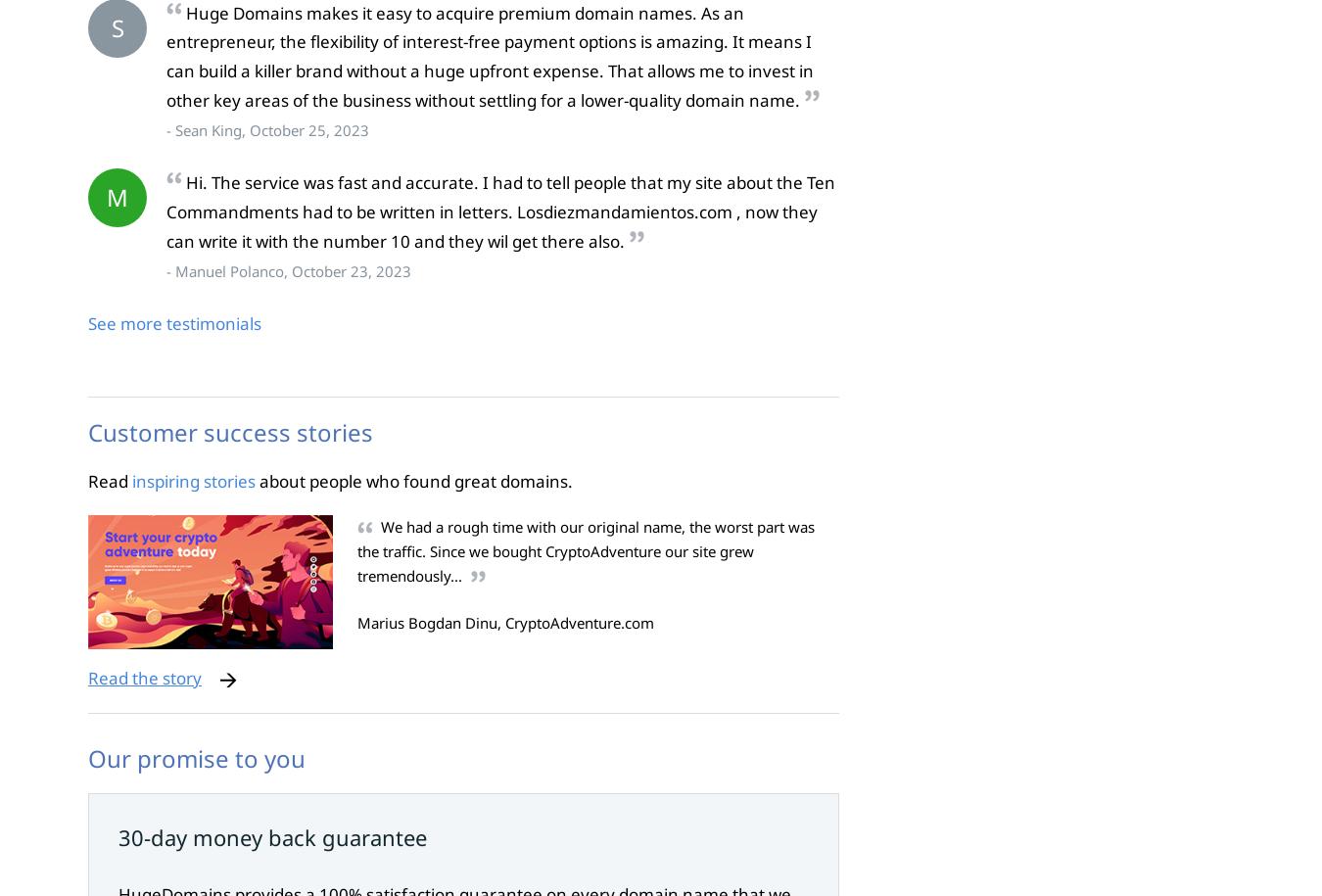 The width and height of the screenshot is (1322, 896). I want to click on 'Our promise to you', so click(197, 756).